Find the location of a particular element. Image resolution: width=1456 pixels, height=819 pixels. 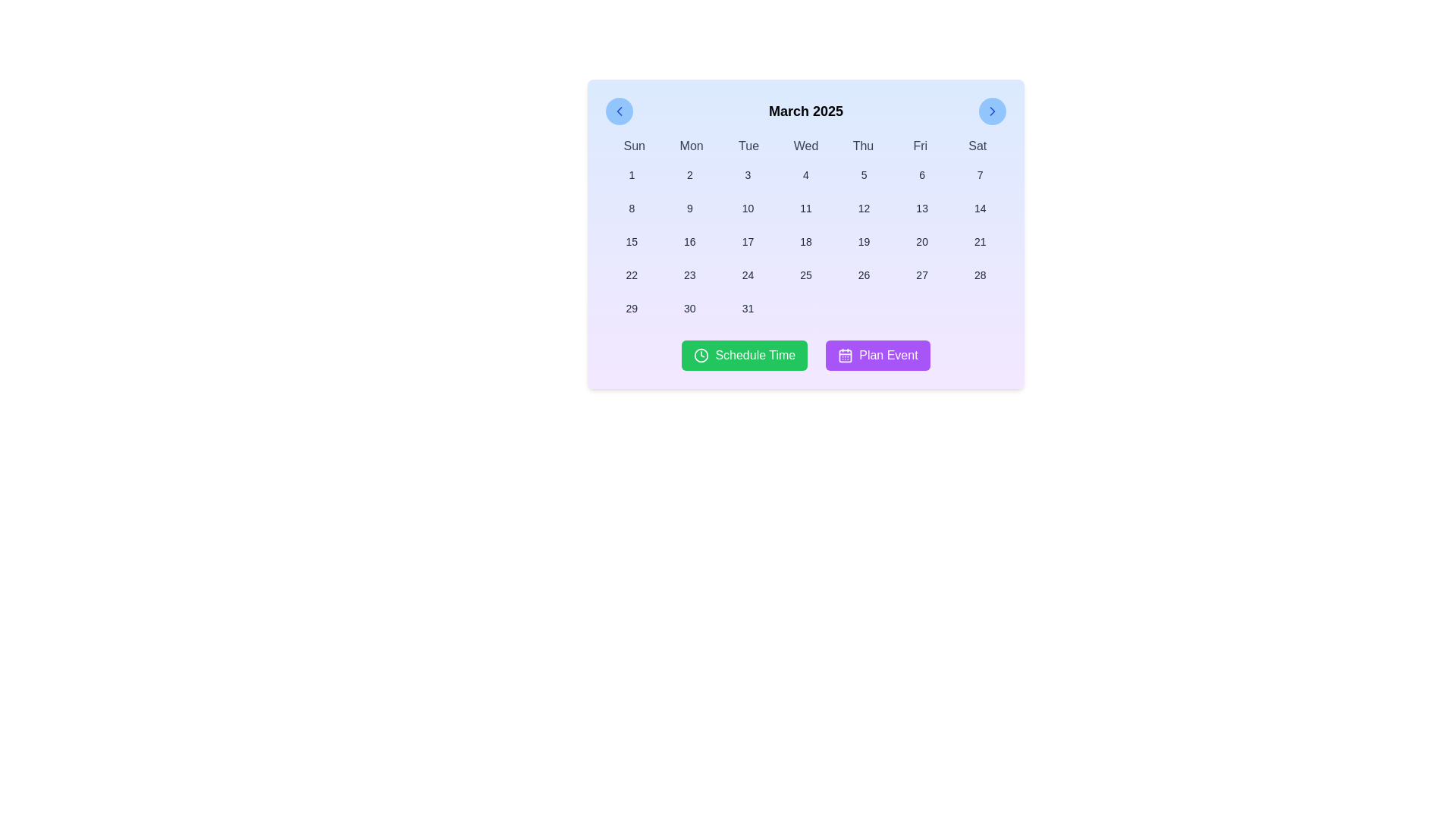

the Text label indicating Sunday, which is the first day of the week in the calendar's grid layout is located at coordinates (634, 146).